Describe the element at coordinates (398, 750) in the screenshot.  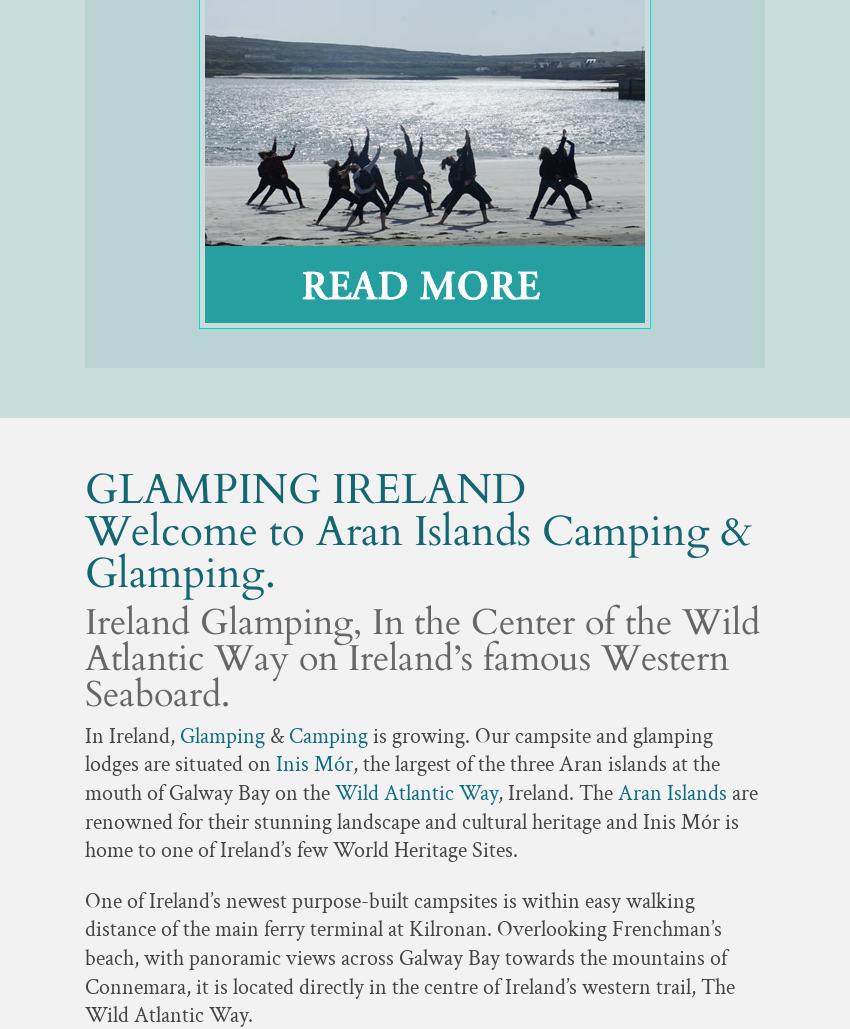
I see `'is growing. Our campsite and glamping lodges are situated on'` at that location.